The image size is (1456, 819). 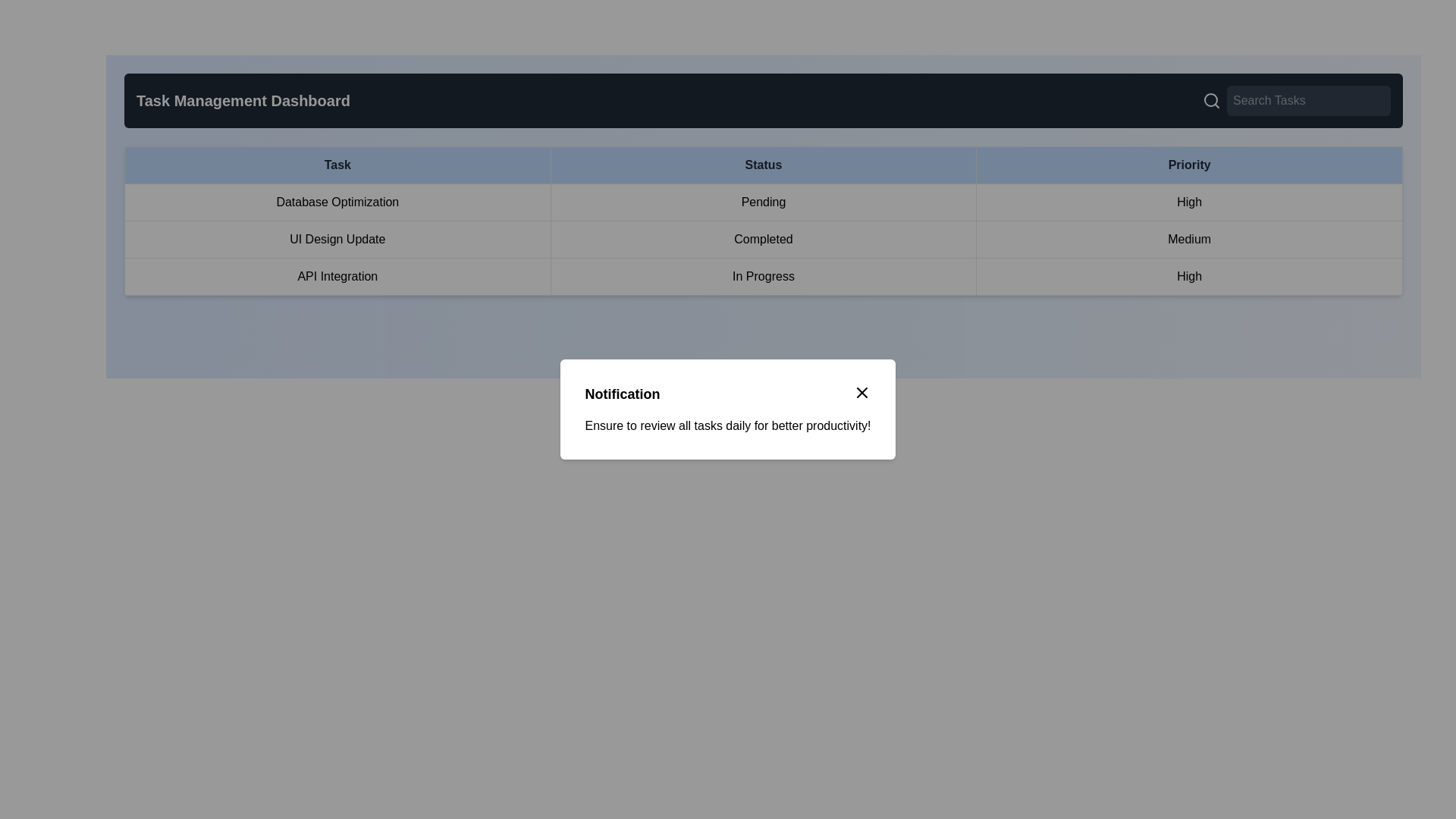 What do you see at coordinates (764, 277) in the screenshot?
I see `the third row of the table that contains the text elements 'API Integration', 'In Progress', and 'High'` at bounding box center [764, 277].